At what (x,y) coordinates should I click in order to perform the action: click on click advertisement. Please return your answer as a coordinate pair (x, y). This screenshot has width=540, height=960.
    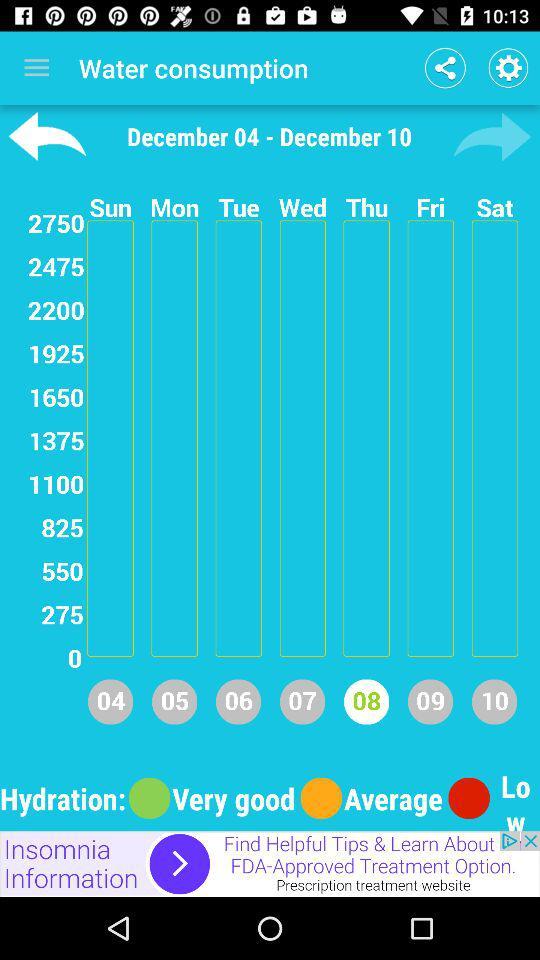
    Looking at the image, I should click on (270, 863).